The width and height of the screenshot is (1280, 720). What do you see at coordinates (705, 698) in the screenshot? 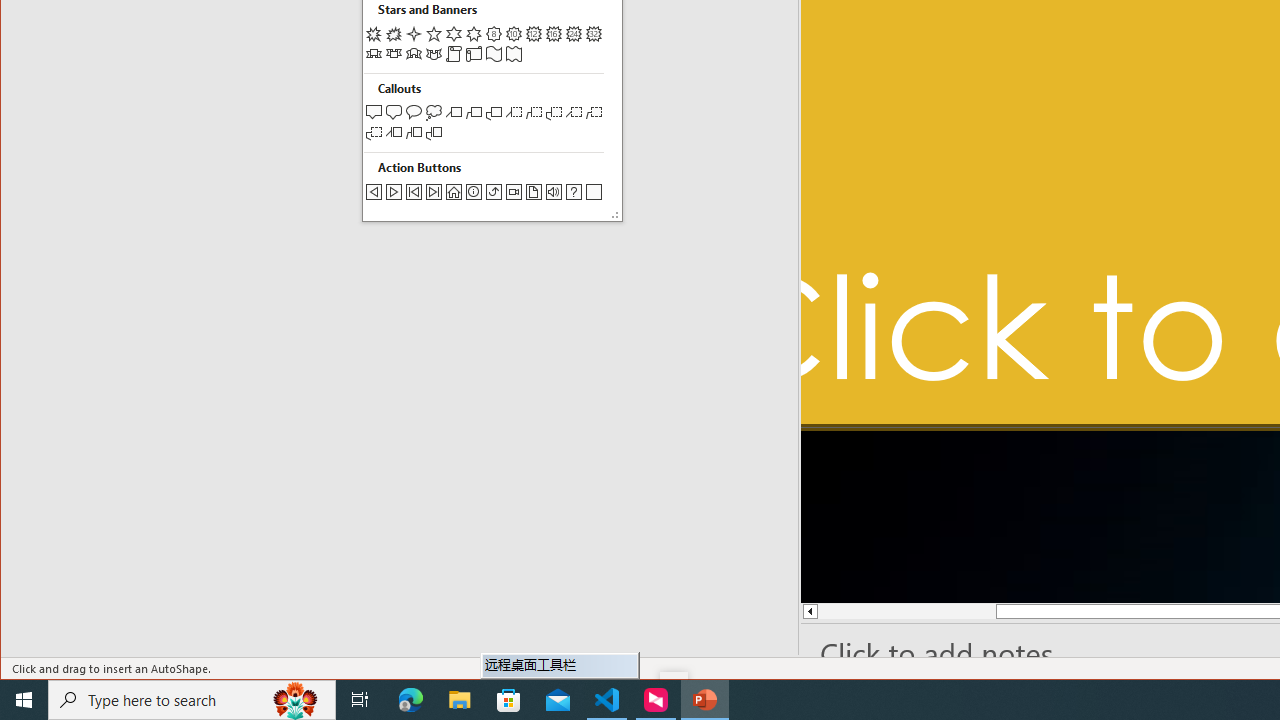
I see `'PowerPoint - 1 running window'` at bounding box center [705, 698].